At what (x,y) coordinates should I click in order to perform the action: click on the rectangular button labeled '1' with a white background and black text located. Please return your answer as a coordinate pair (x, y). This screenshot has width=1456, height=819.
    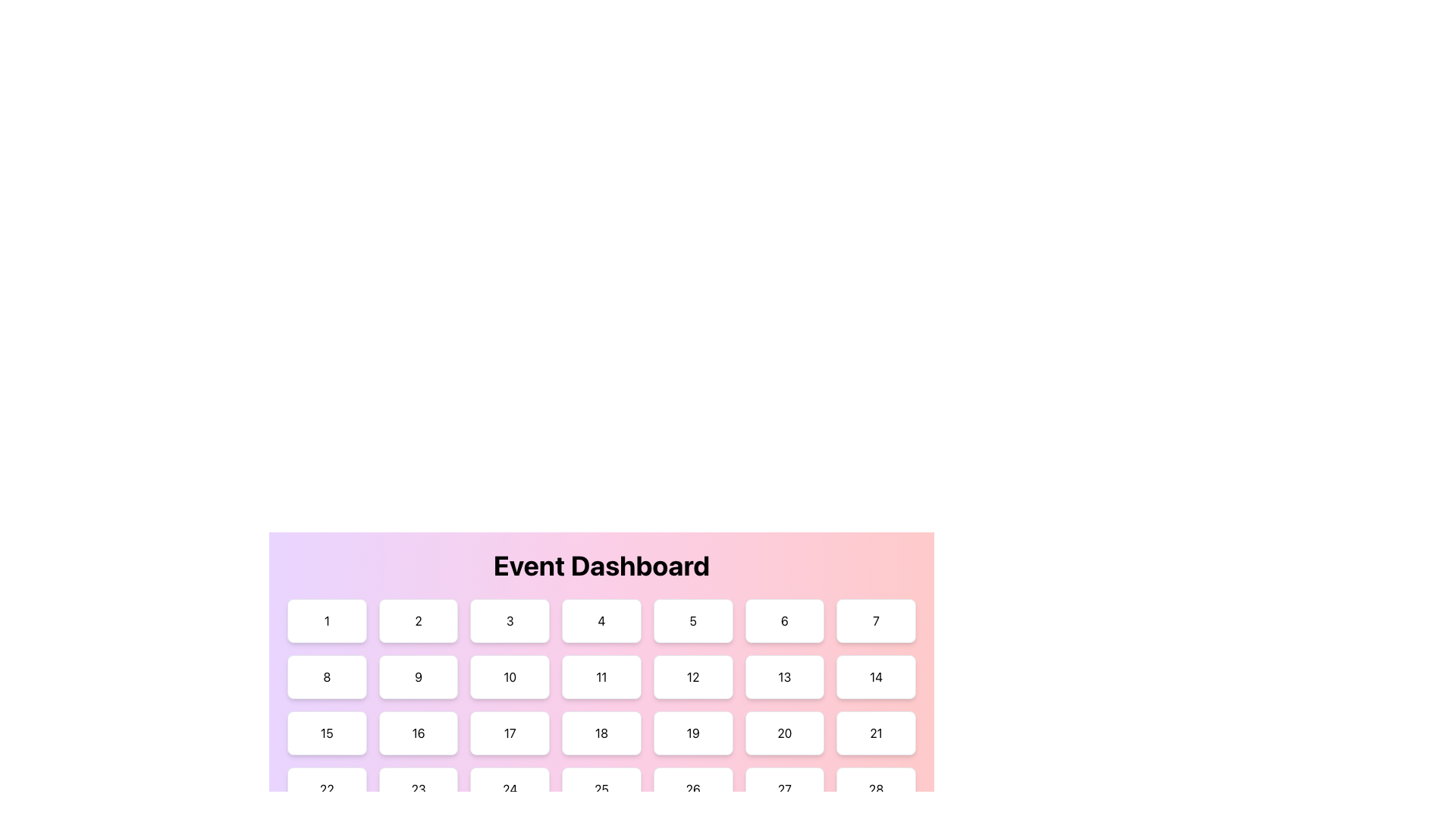
    Looking at the image, I should click on (326, 620).